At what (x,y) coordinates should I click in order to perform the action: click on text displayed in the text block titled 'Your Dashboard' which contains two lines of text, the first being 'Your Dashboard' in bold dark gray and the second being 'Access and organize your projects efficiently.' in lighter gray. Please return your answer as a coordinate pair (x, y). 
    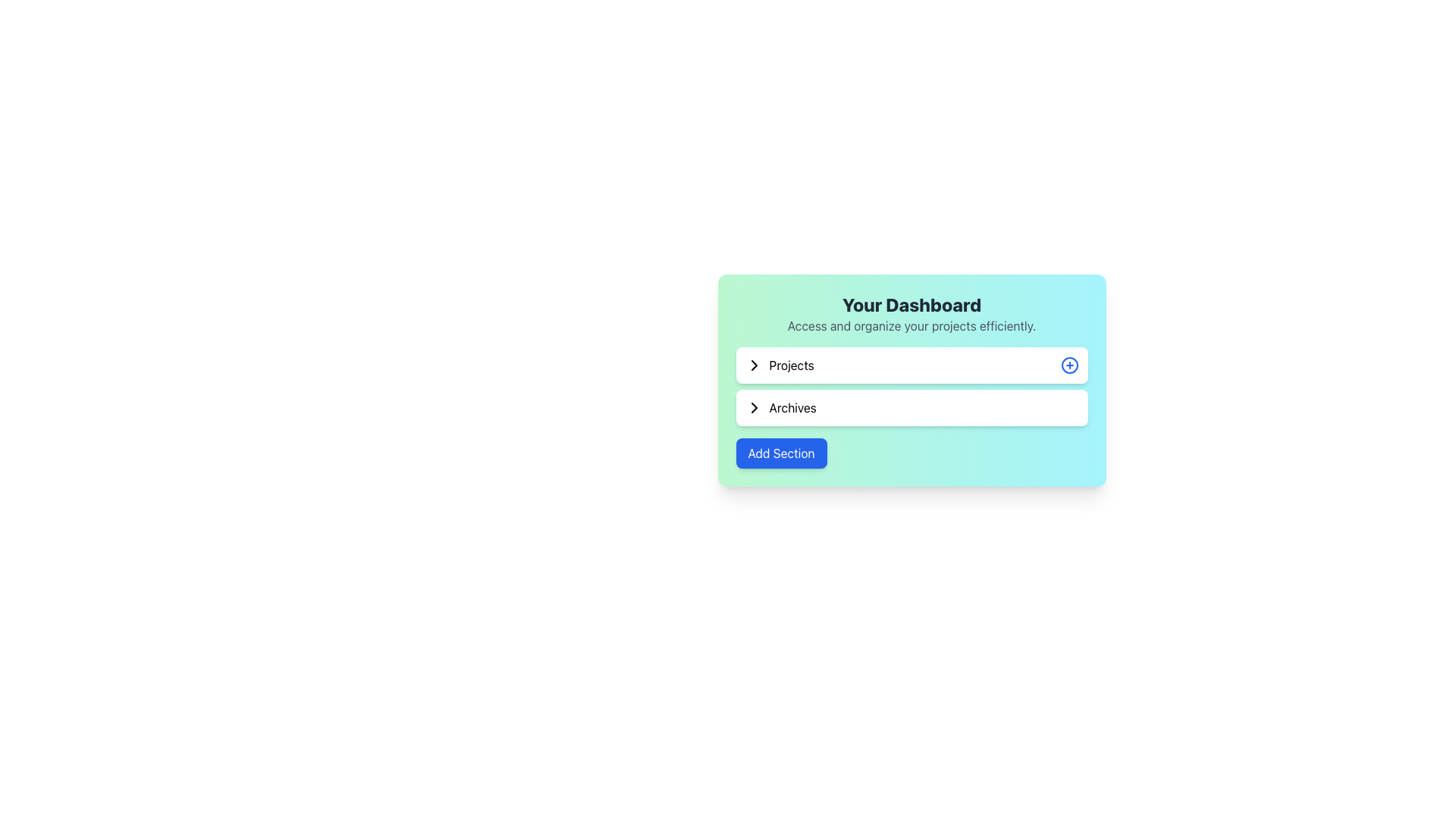
    Looking at the image, I should click on (911, 312).